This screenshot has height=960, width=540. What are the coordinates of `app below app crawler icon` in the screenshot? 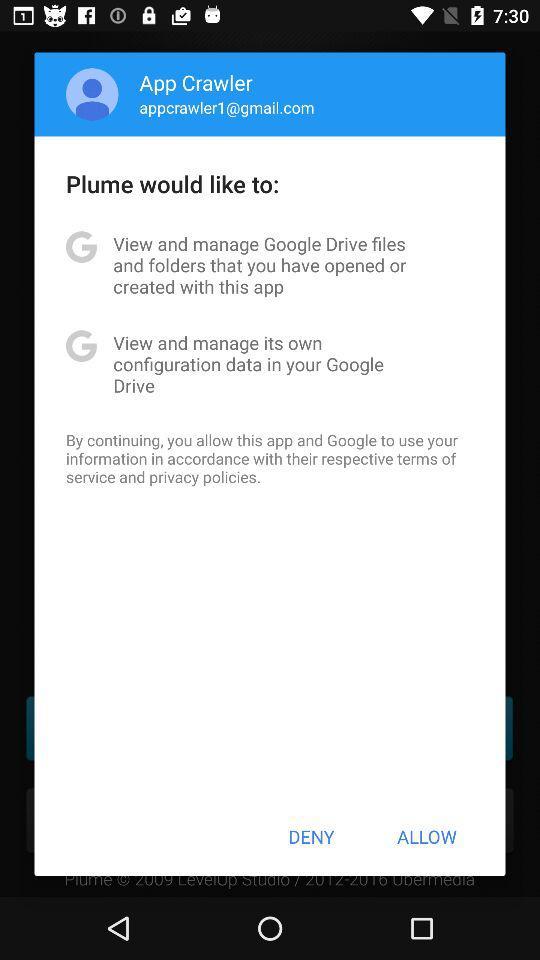 It's located at (226, 107).